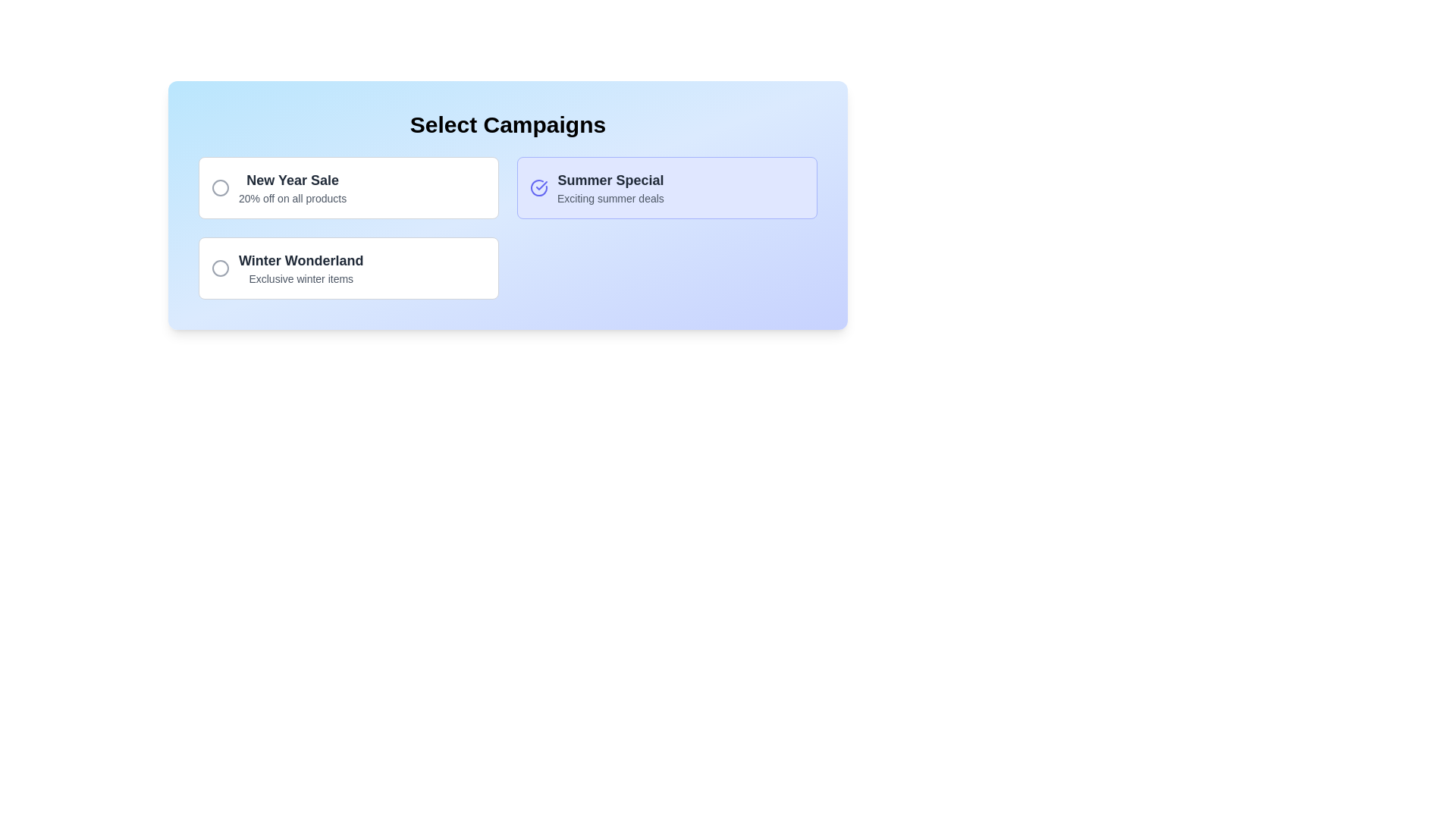  Describe the element at coordinates (348, 268) in the screenshot. I see `the 'Winter Wonderland' campaign card` at that location.